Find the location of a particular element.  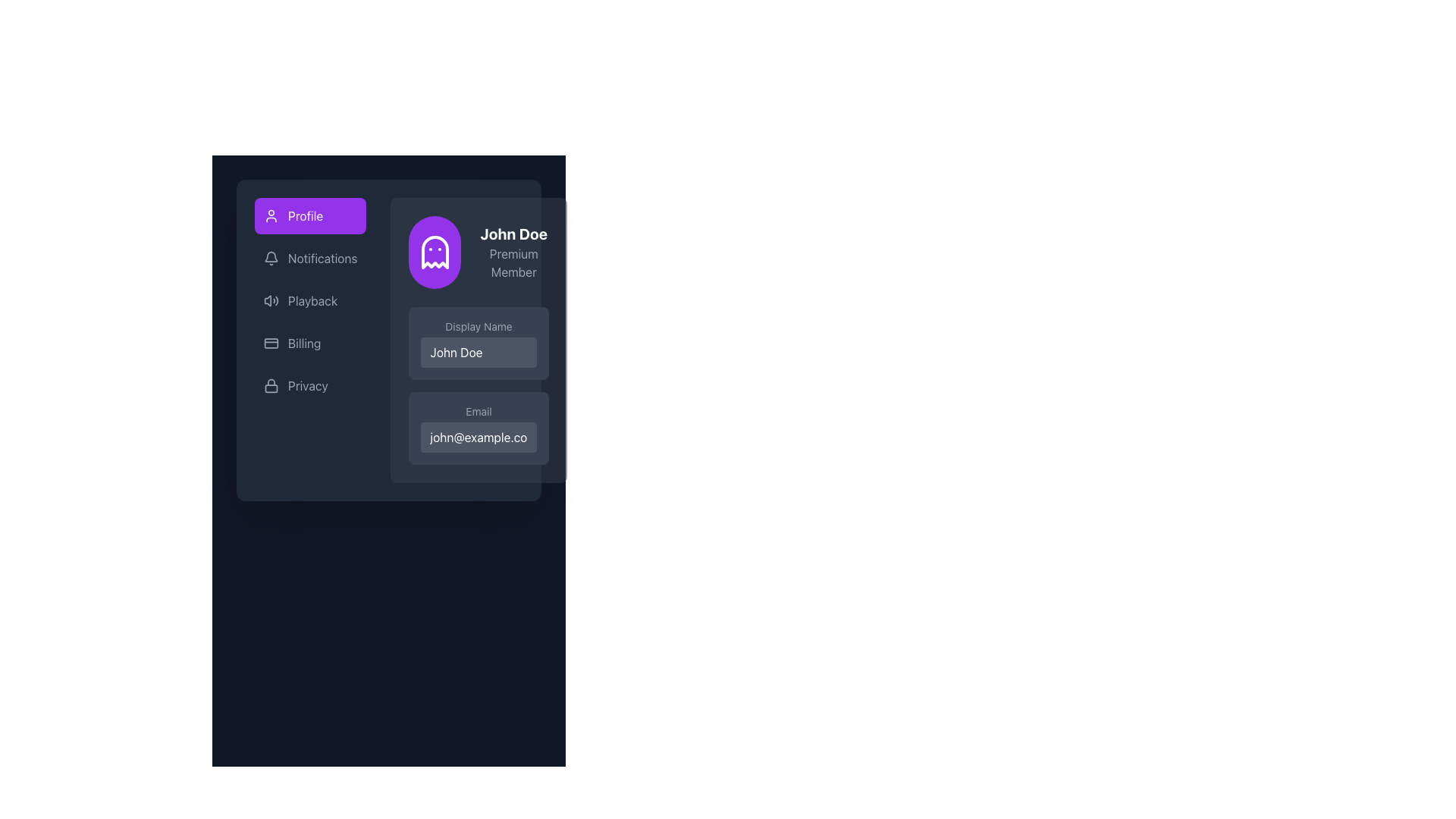

the text input field labeled 'Display Name' which has a dark gray background and contains the value 'John Doe' is located at coordinates (478, 353).